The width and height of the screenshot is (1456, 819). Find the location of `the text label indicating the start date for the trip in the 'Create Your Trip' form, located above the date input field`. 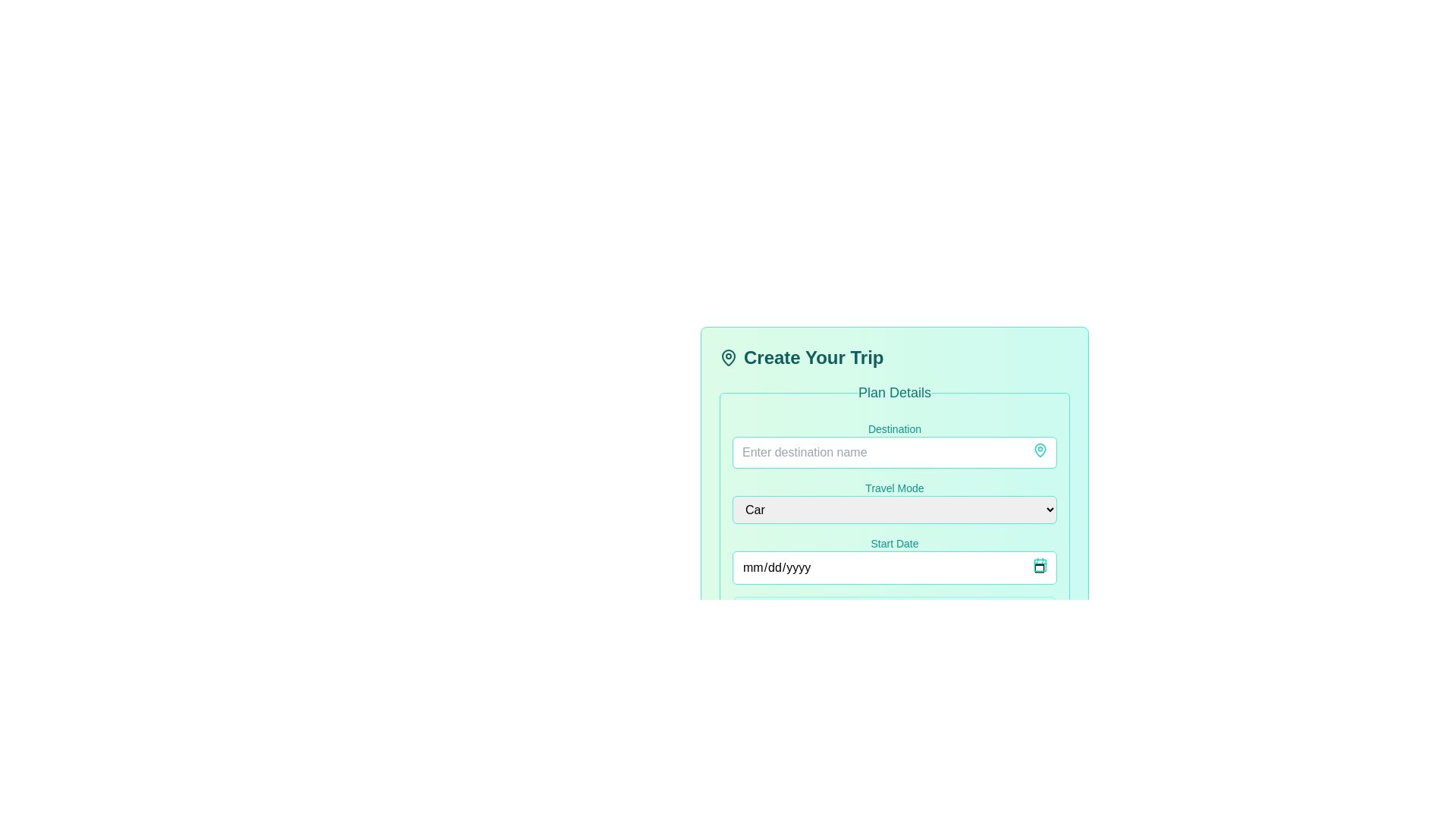

the text label indicating the start date for the trip in the 'Create Your Trip' form, located above the date input field is located at coordinates (895, 543).